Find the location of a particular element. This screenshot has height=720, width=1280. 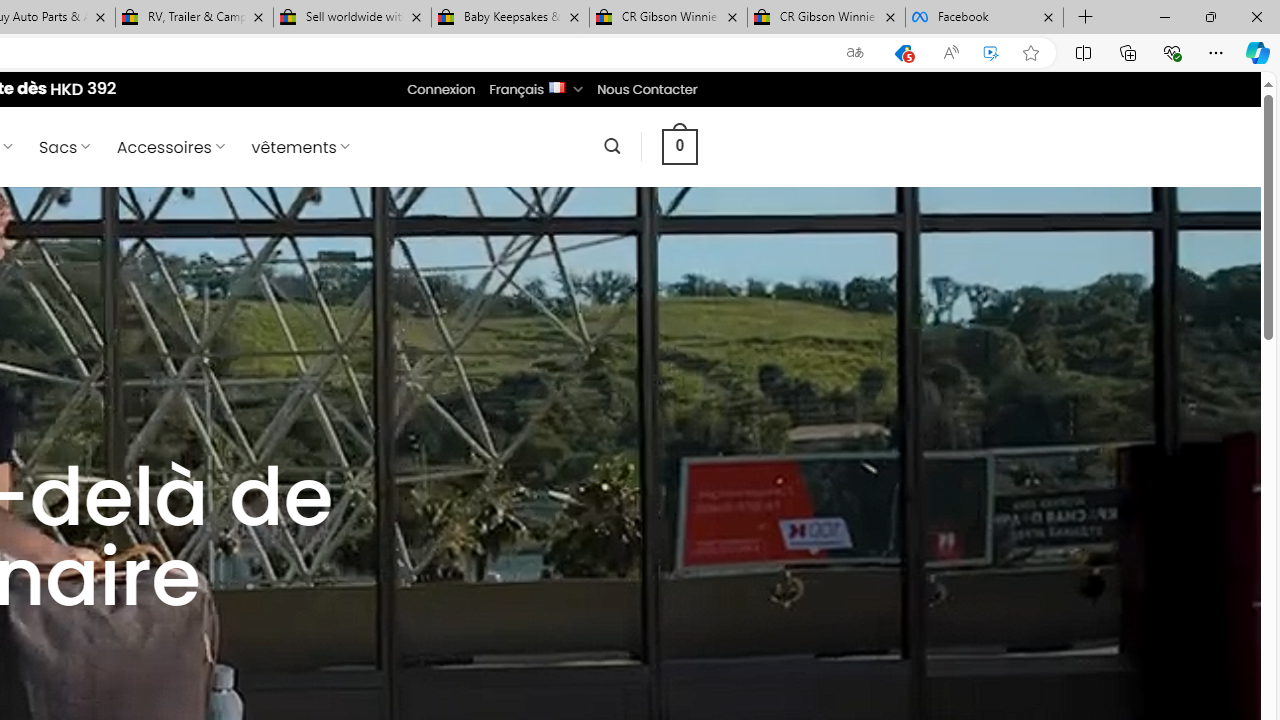

'Nous Contacter' is located at coordinates (647, 88).